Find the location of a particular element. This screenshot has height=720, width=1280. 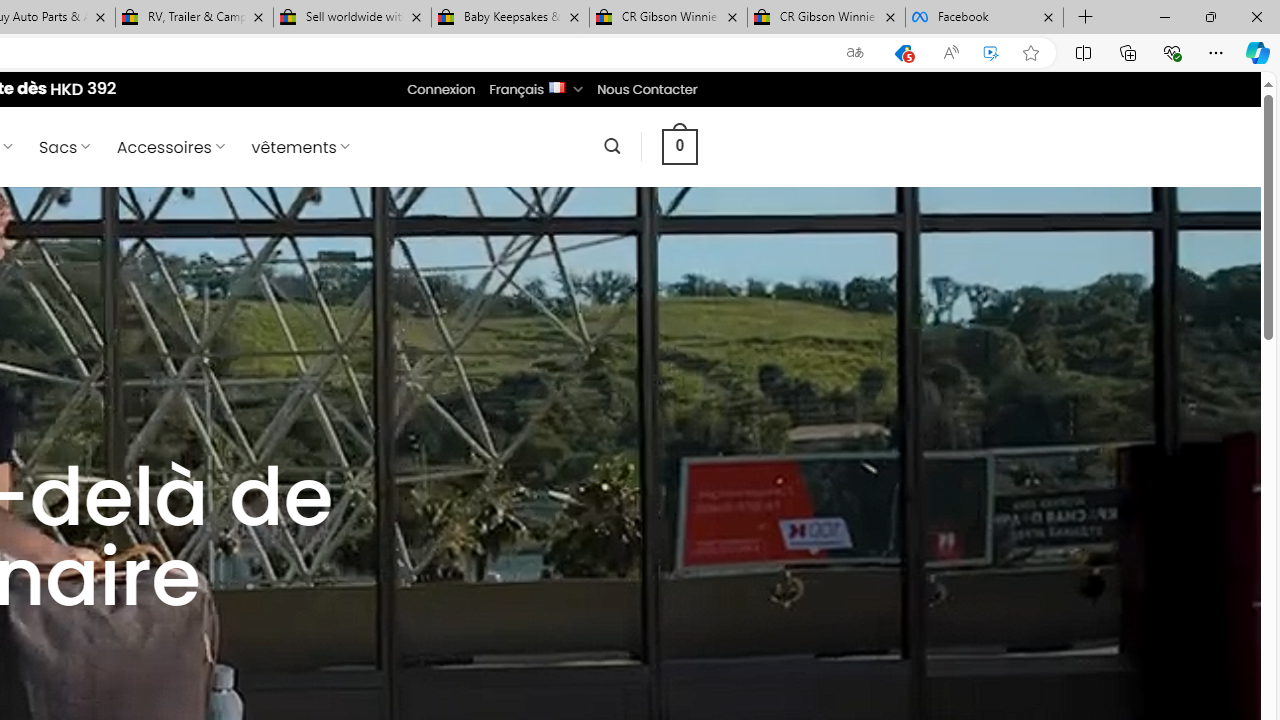

'Nous Contacter' is located at coordinates (647, 88).